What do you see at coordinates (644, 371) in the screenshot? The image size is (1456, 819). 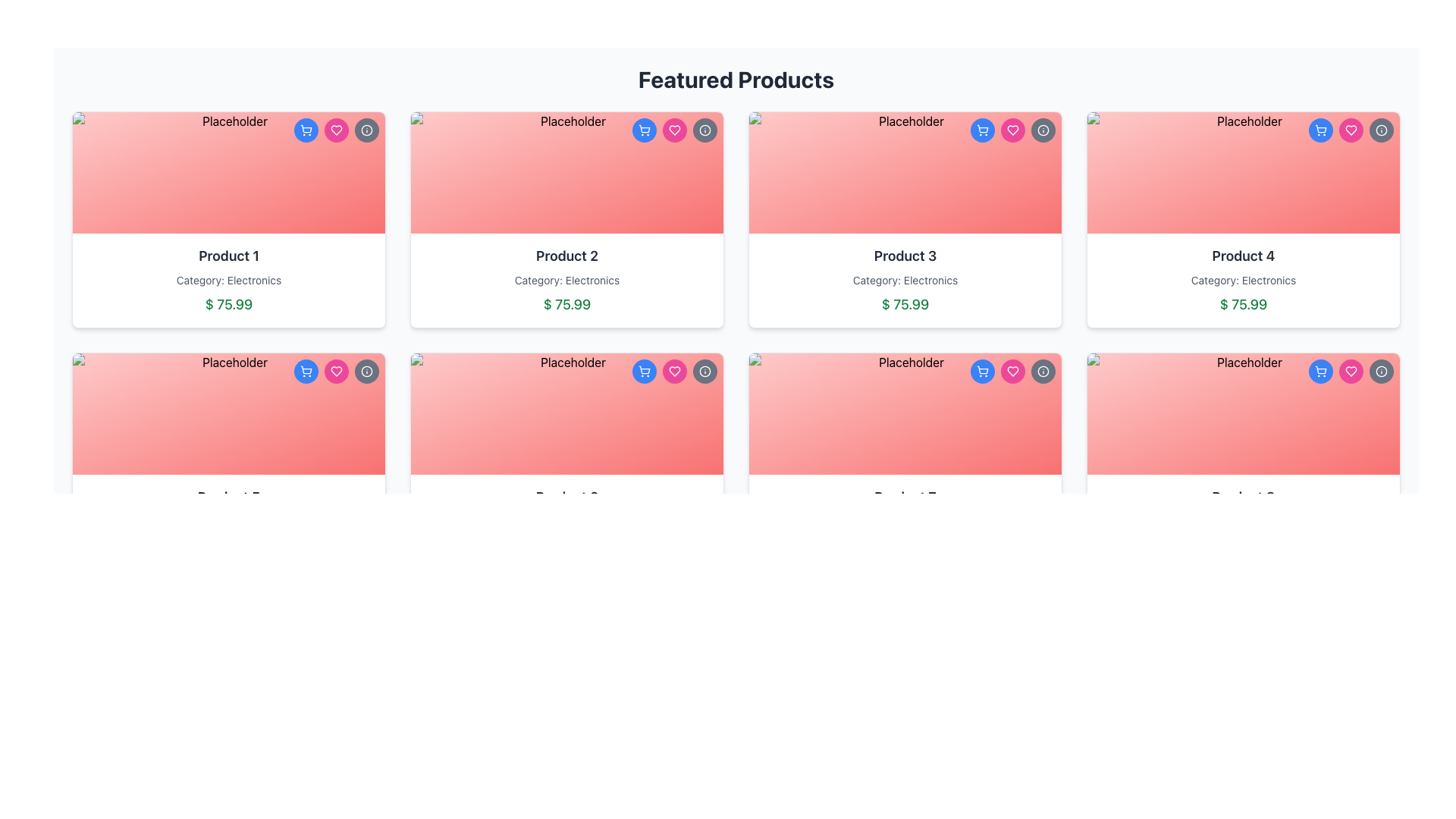 I see `the leftmost circular button with a blue background and a shopping cart icon located in the top-right corner of the product tile` at bounding box center [644, 371].